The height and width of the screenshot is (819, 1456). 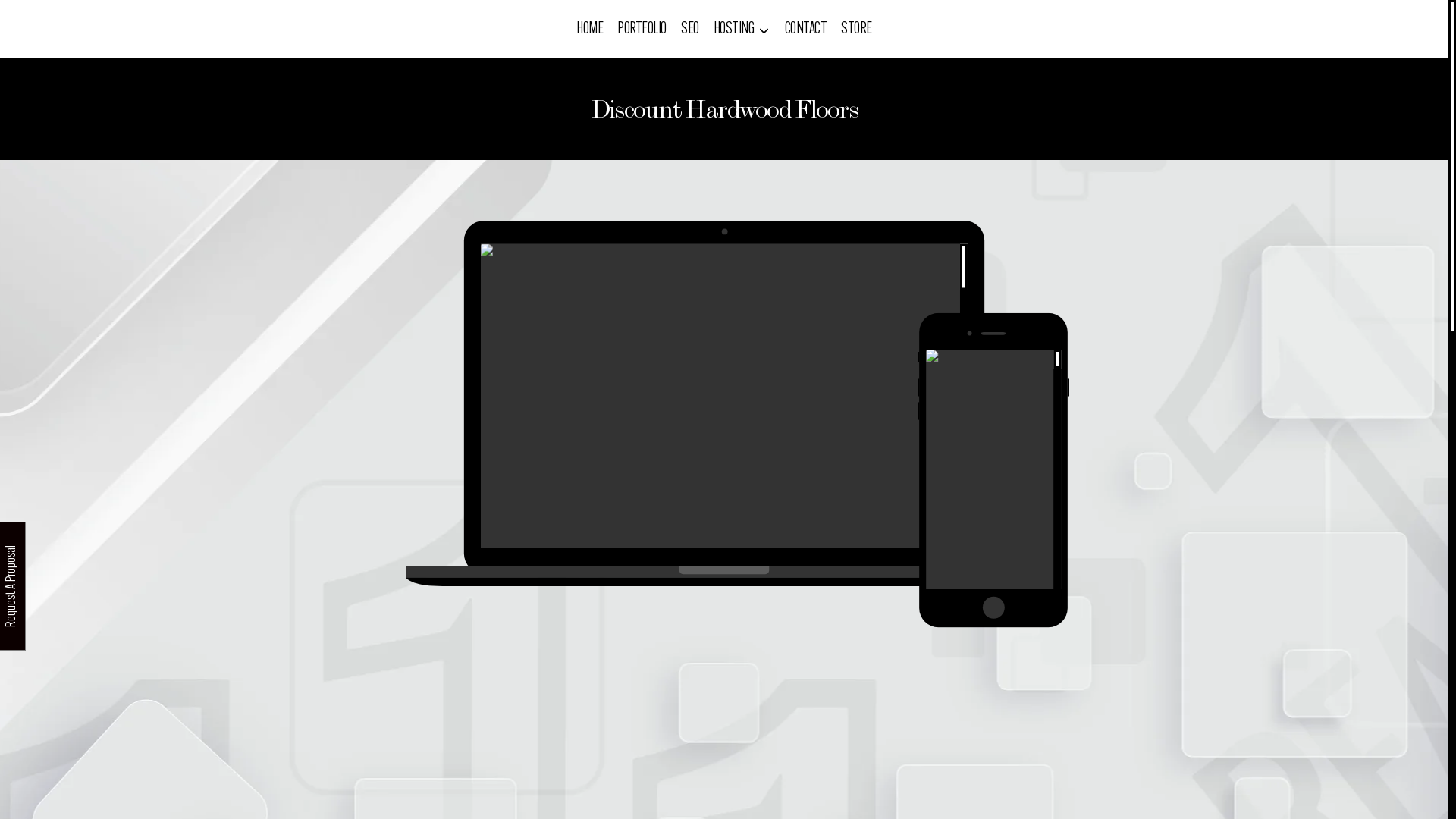 What do you see at coordinates (856, 29) in the screenshot?
I see `'STORE'` at bounding box center [856, 29].